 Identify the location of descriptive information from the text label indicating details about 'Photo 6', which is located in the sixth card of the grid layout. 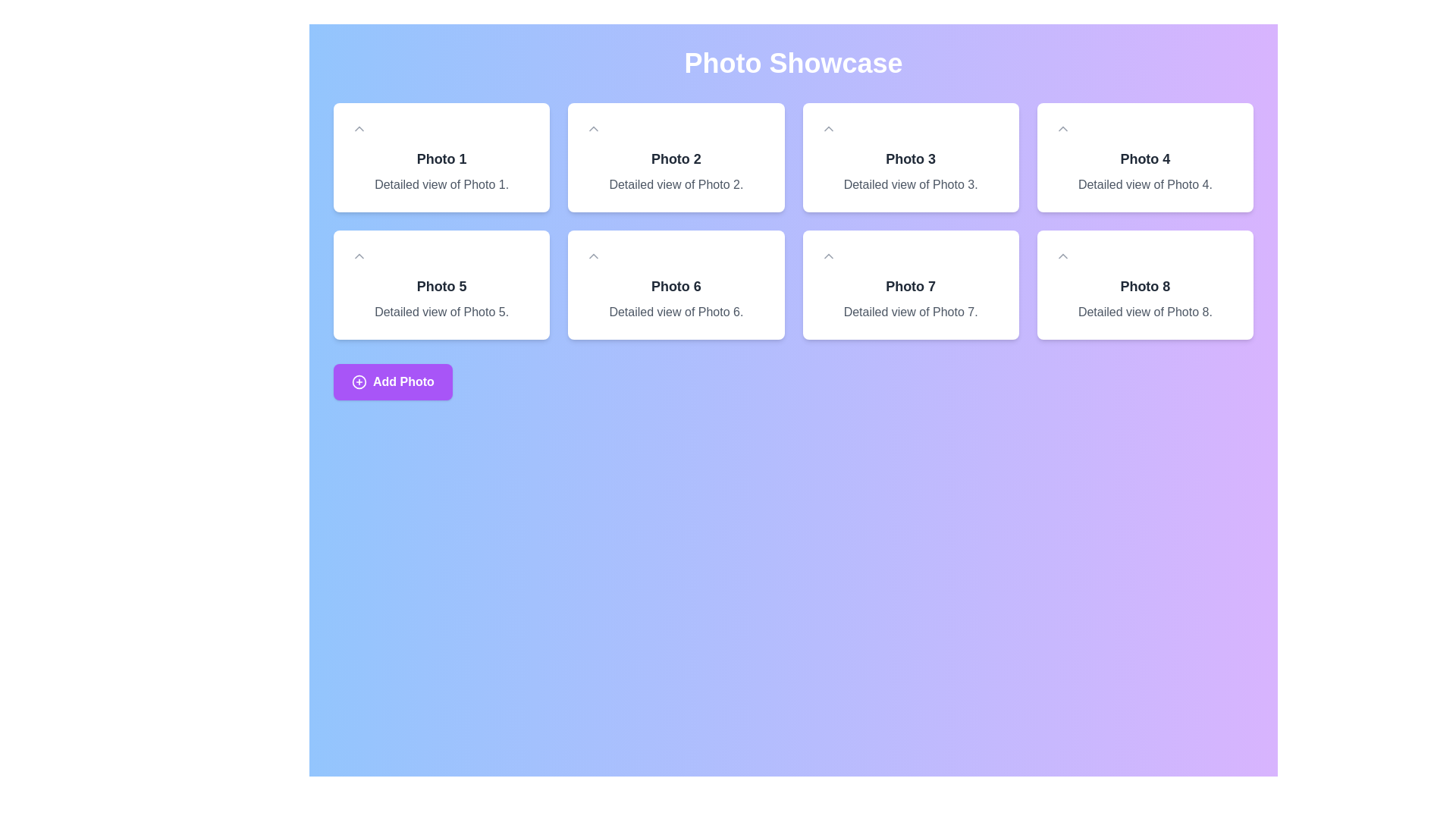
(675, 312).